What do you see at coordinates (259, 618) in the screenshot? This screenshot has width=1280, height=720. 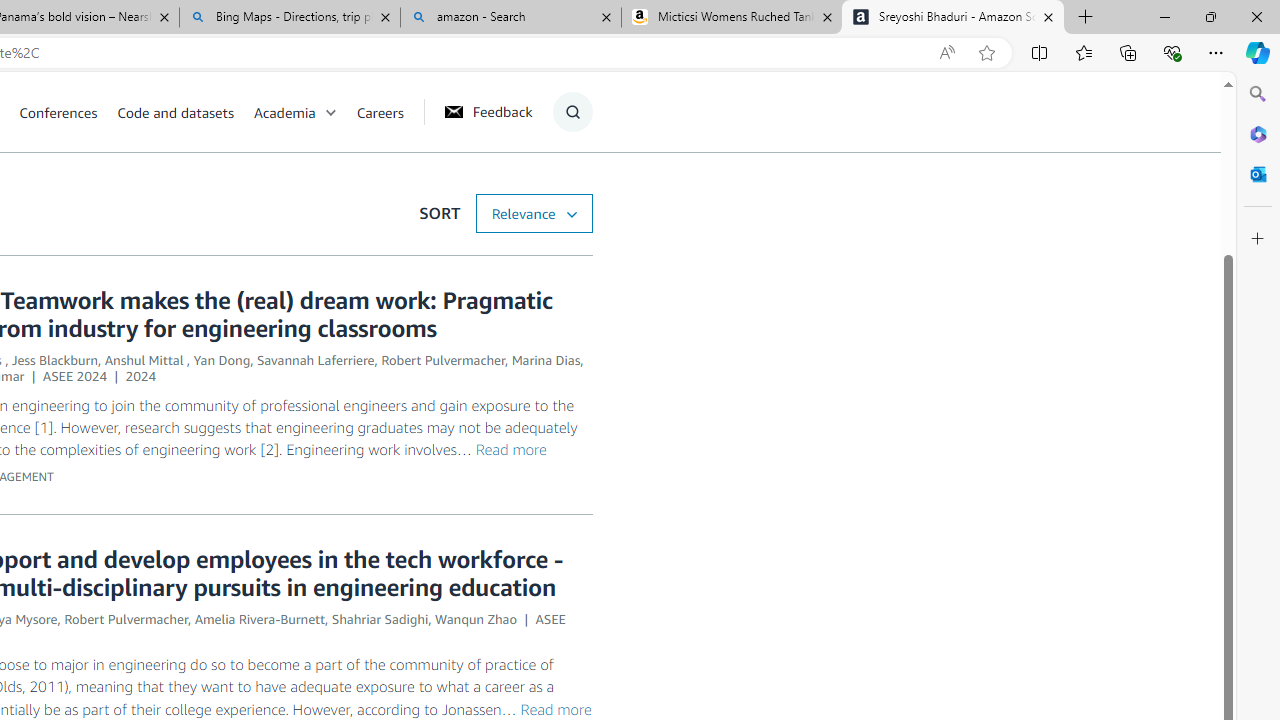 I see `'Amelia Rivera-Burnett'` at bounding box center [259, 618].